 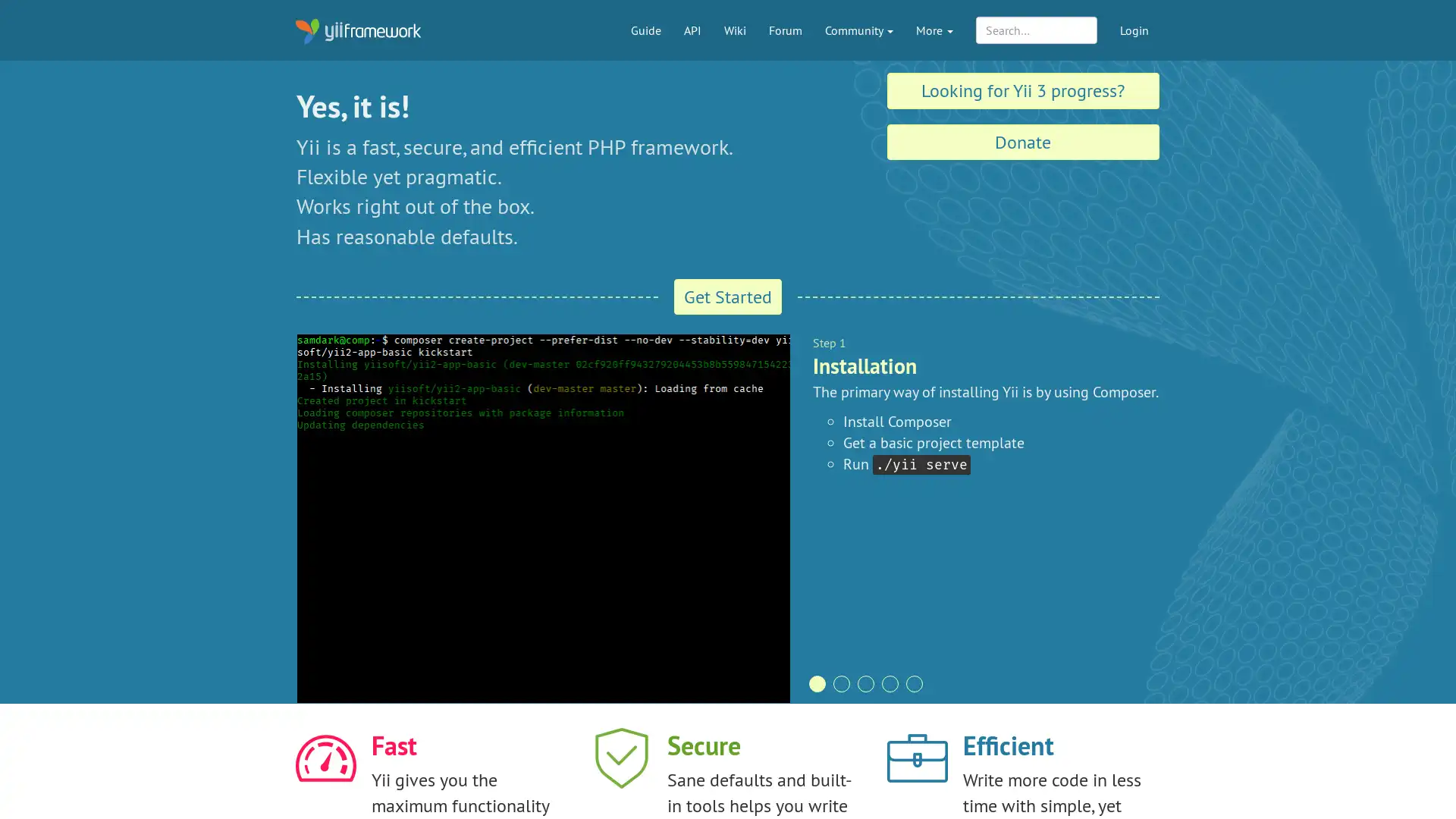 I want to click on pagination, so click(x=817, y=684).